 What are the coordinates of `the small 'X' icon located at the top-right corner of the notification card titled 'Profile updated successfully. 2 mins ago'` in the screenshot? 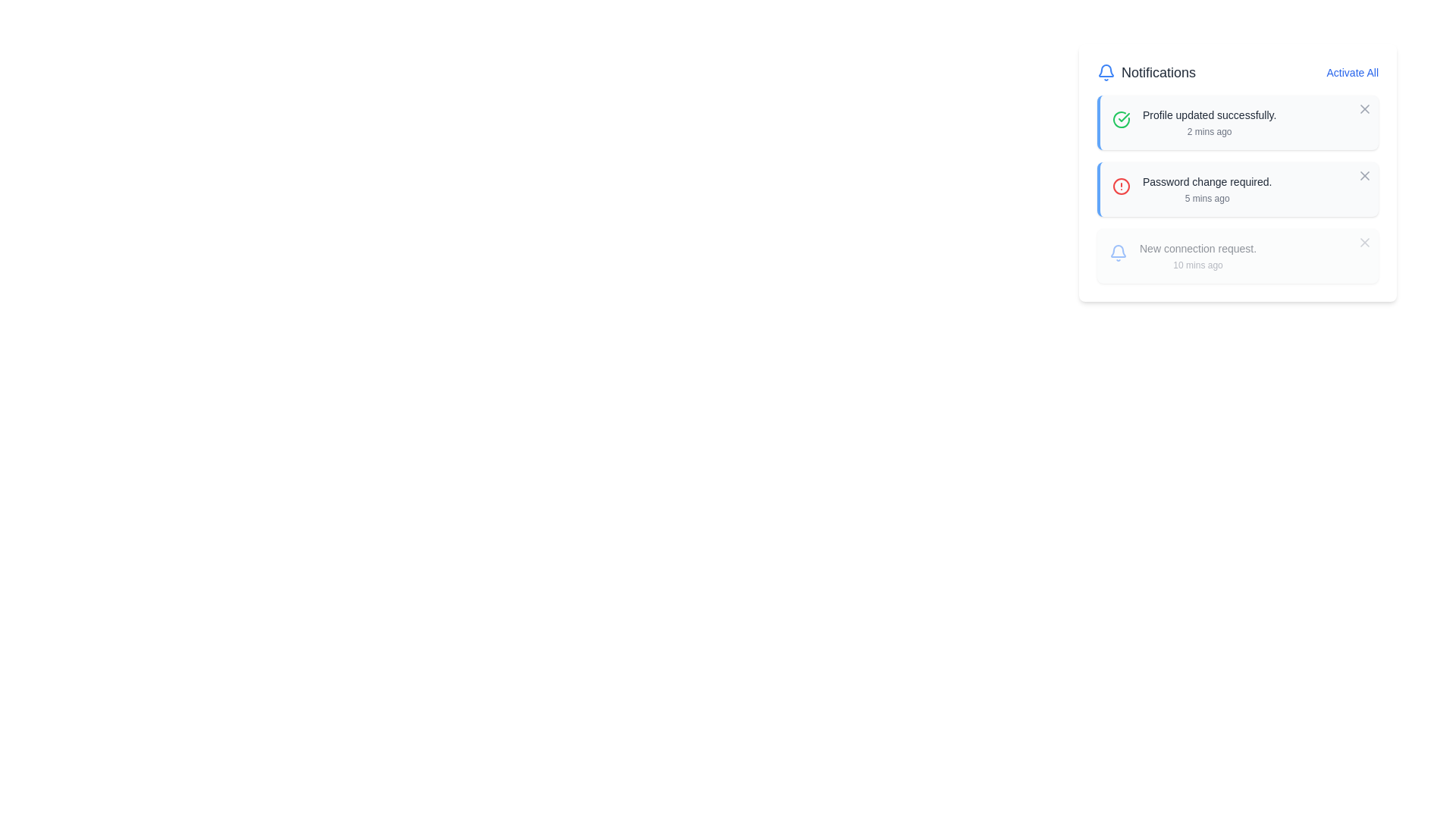 It's located at (1365, 108).